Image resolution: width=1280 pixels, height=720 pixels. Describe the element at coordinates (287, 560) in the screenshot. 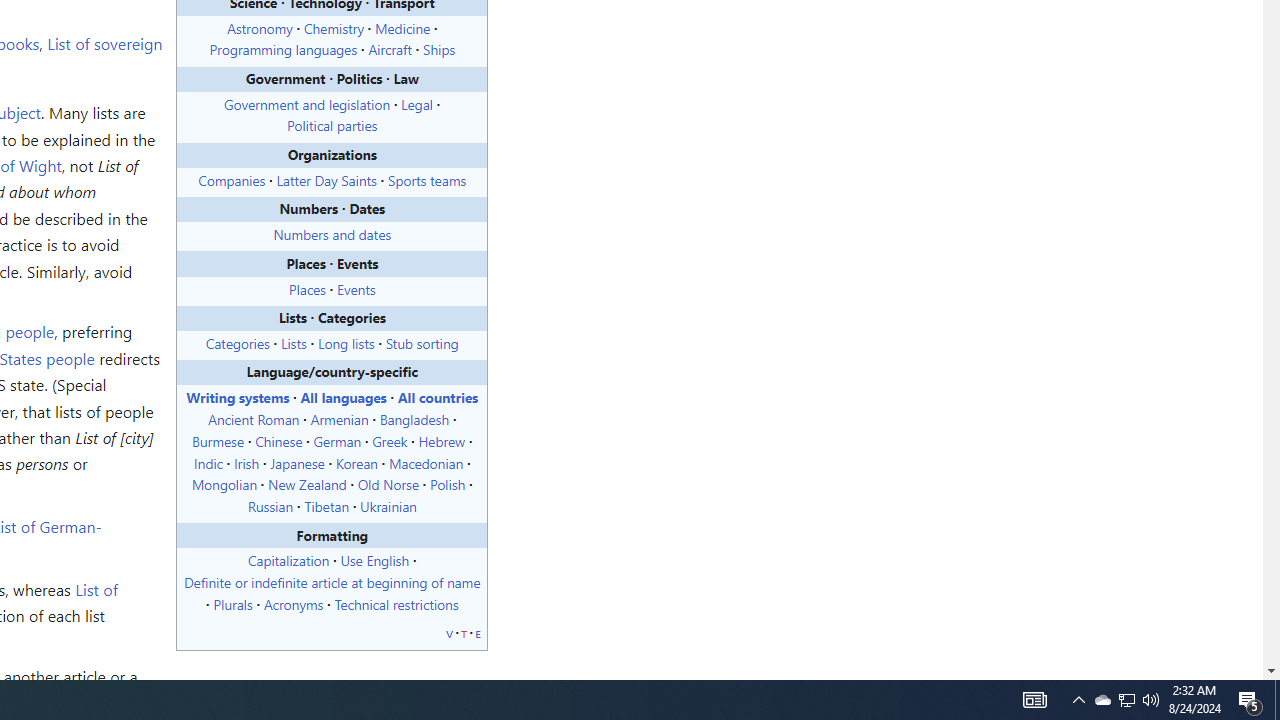

I see `'Capitalization'` at that location.